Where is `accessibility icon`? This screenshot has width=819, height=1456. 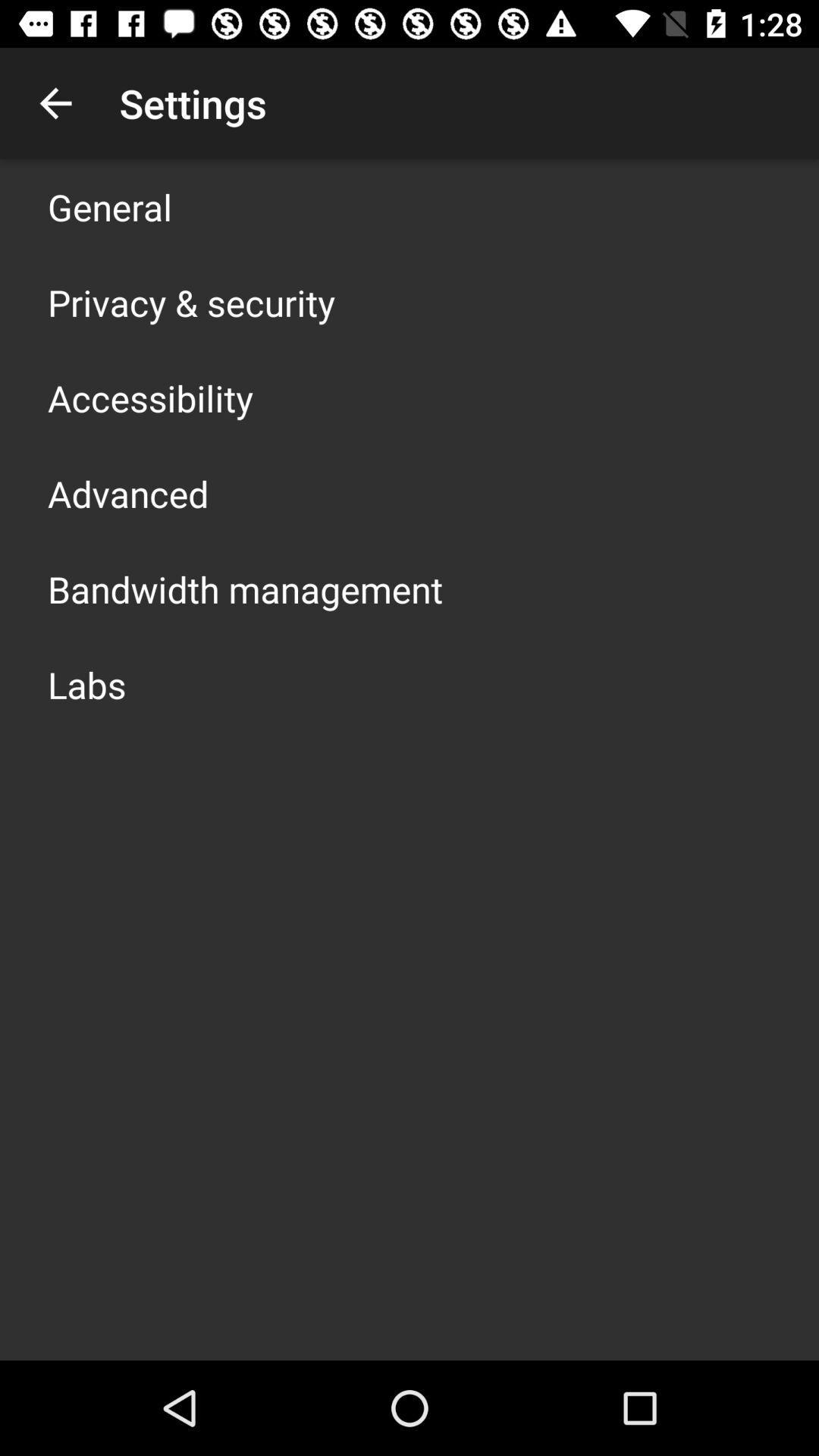 accessibility icon is located at coordinates (150, 397).